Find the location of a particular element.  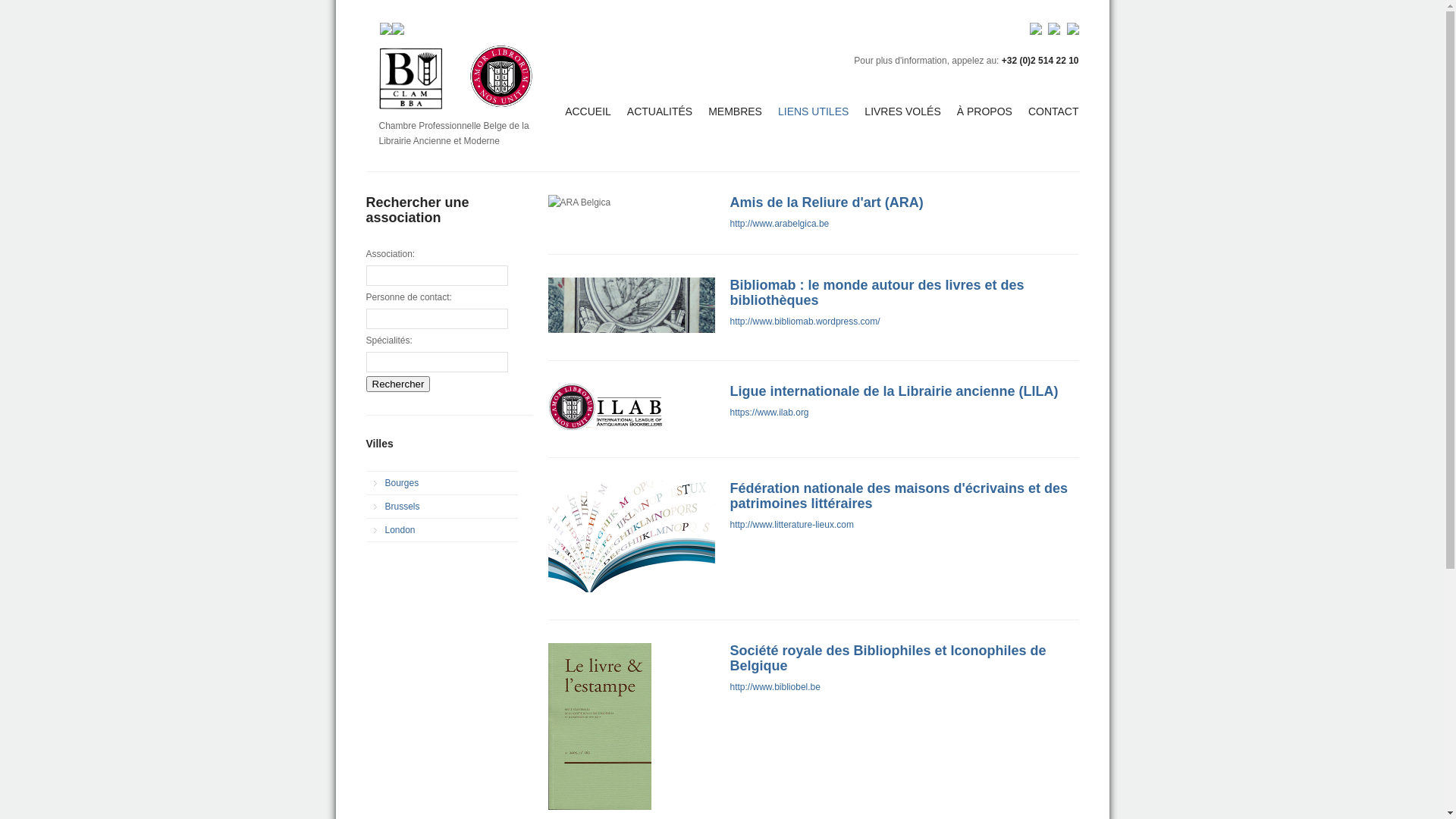

'CONTACT' is located at coordinates (1053, 110).